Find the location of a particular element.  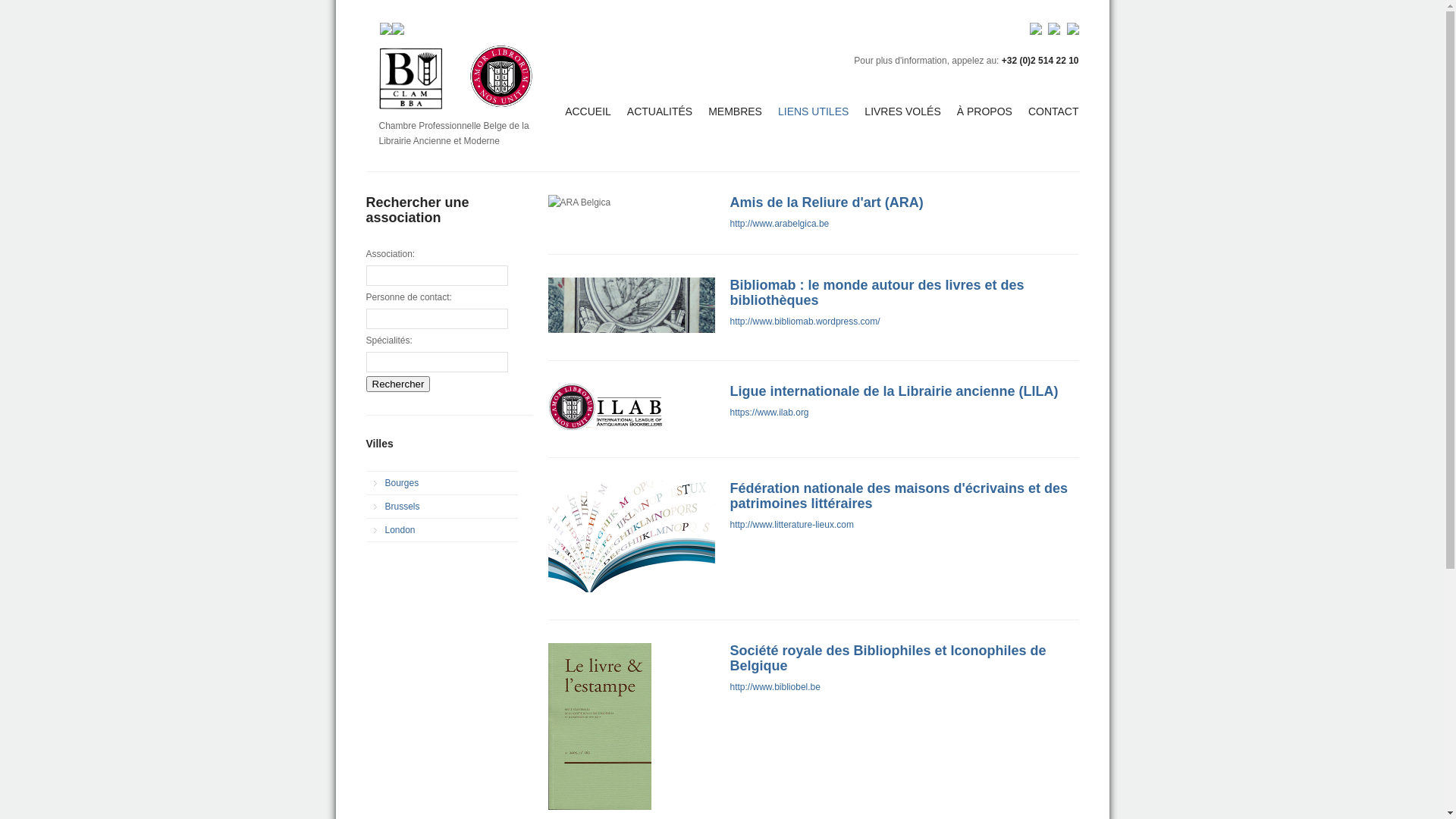

'CONTACT' is located at coordinates (1053, 110).